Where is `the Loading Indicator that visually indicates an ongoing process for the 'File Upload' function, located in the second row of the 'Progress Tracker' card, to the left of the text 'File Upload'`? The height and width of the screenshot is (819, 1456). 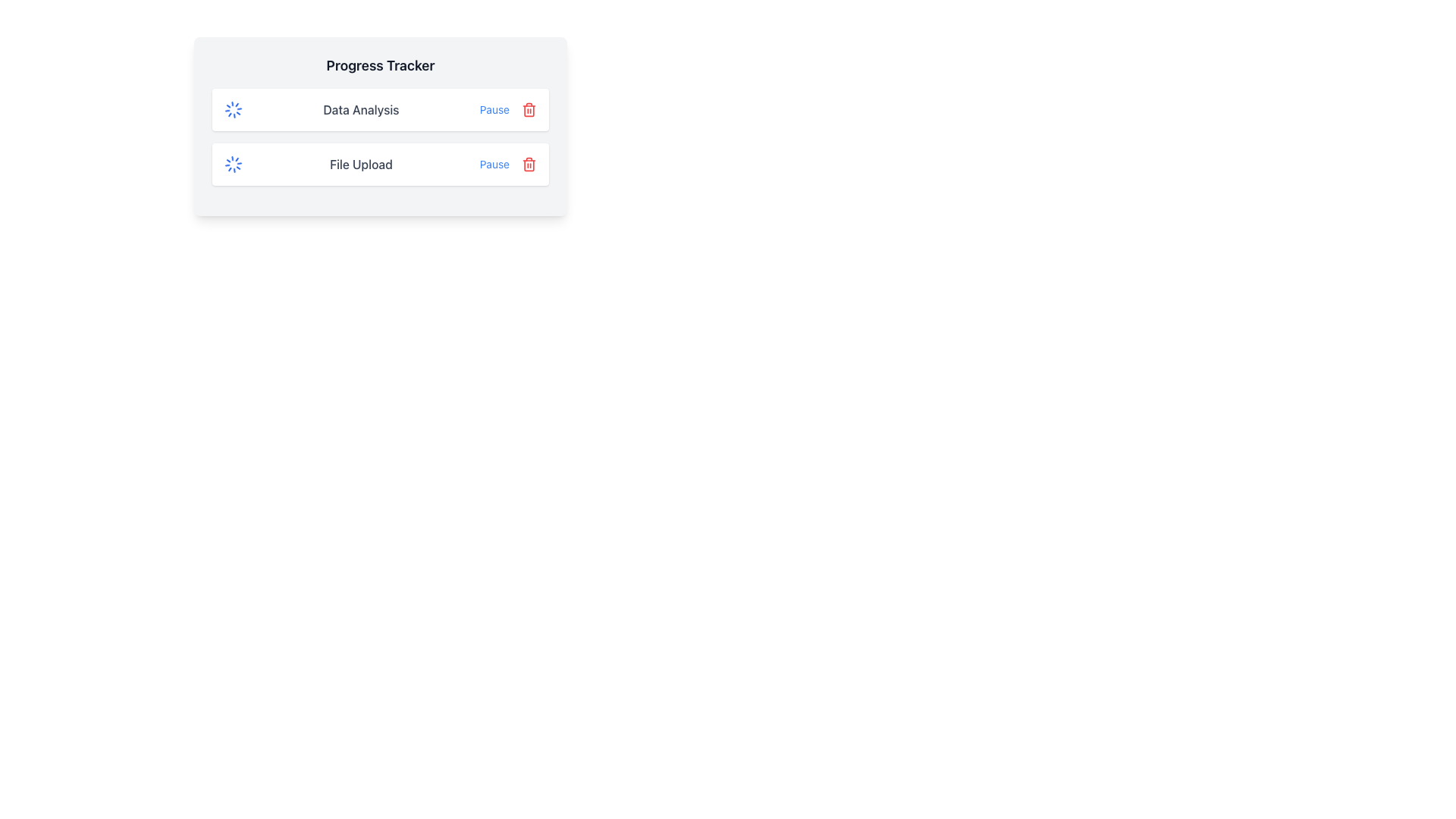
the Loading Indicator that visually indicates an ongoing process for the 'File Upload' function, located in the second row of the 'Progress Tracker' card, to the left of the text 'File Upload' is located at coordinates (232, 164).